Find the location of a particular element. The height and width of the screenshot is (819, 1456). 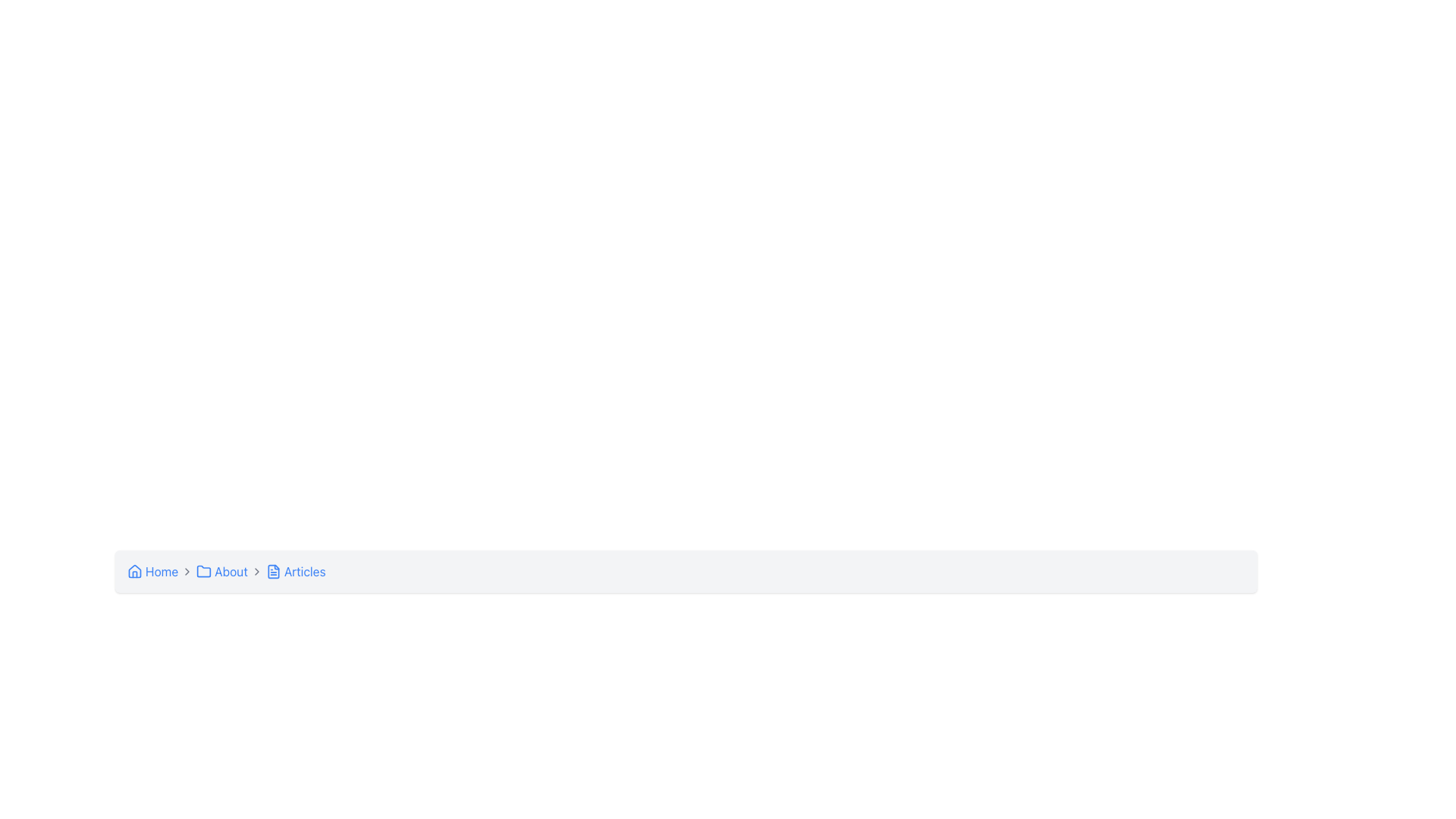

the SVG house icon located to the left of the 'Home' text link in the breadcrumb navigation bar is located at coordinates (134, 571).